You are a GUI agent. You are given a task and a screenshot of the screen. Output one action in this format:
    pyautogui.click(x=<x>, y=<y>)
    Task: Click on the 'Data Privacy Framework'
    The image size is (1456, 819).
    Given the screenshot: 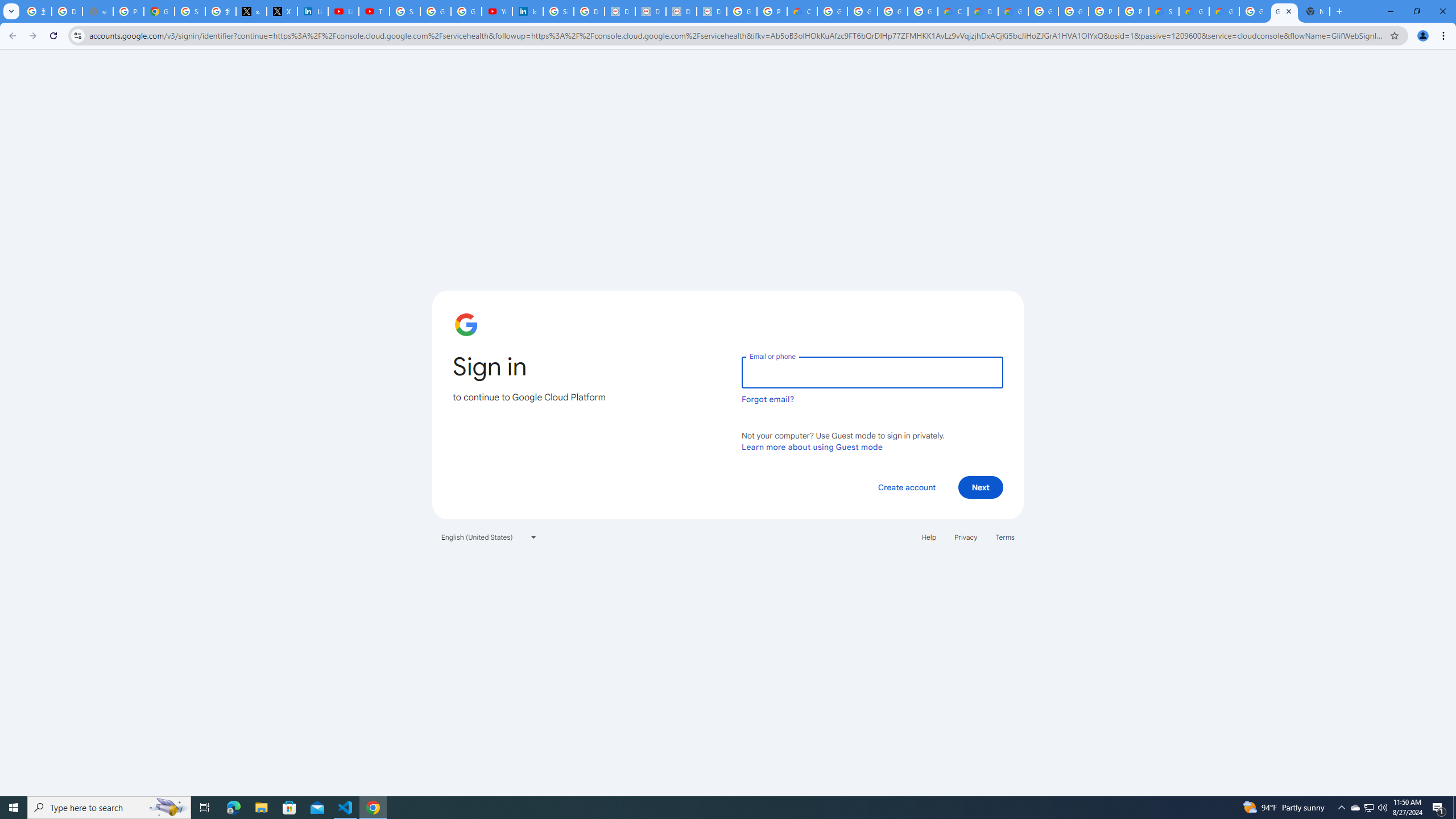 What is the action you would take?
    pyautogui.click(x=681, y=11)
    